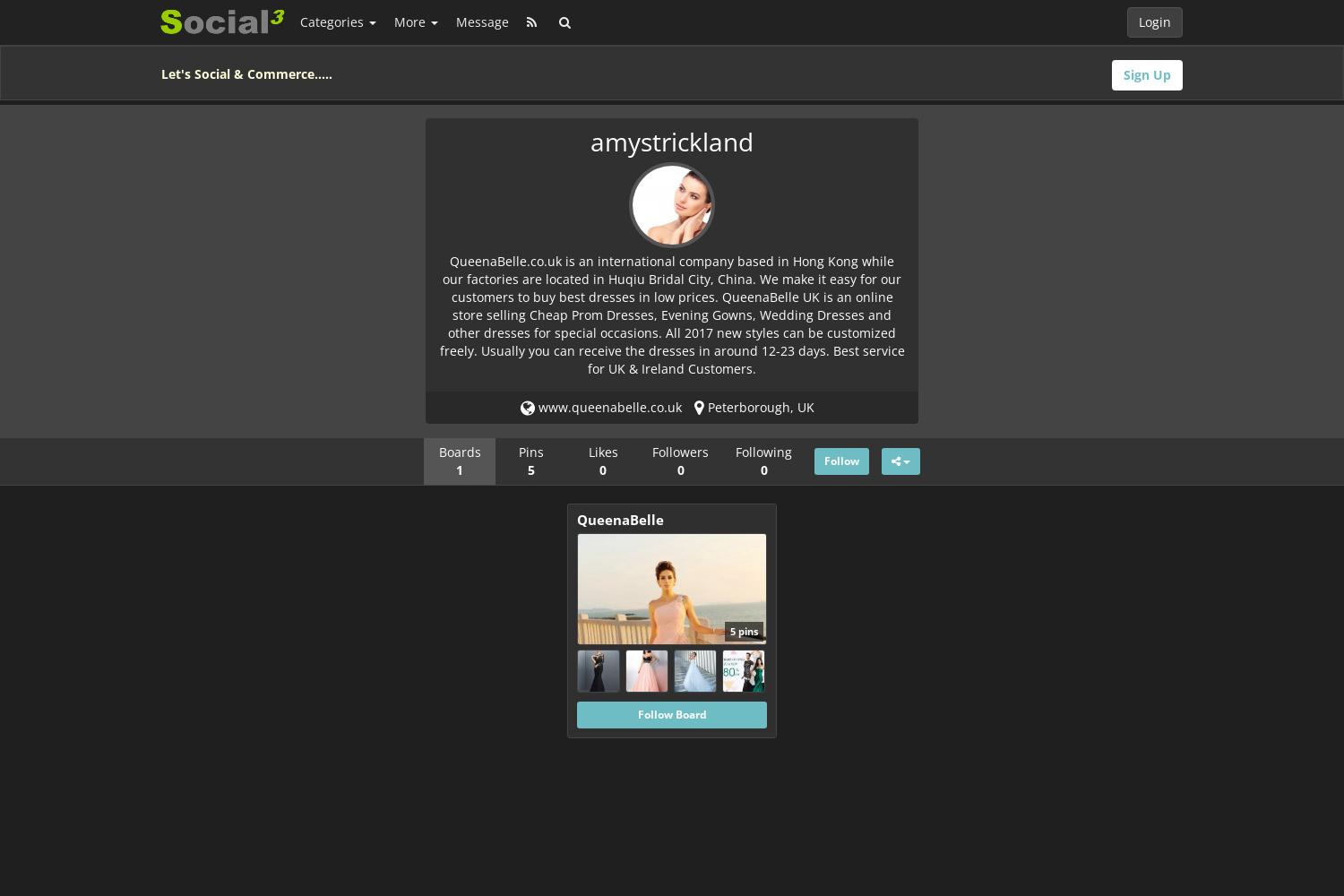 The height and width of the screenshot is (896, 1344). What do you see at coordinates (840, 460) in the screenshot?
I see `'Follow'` at bounding box center [840, 460].